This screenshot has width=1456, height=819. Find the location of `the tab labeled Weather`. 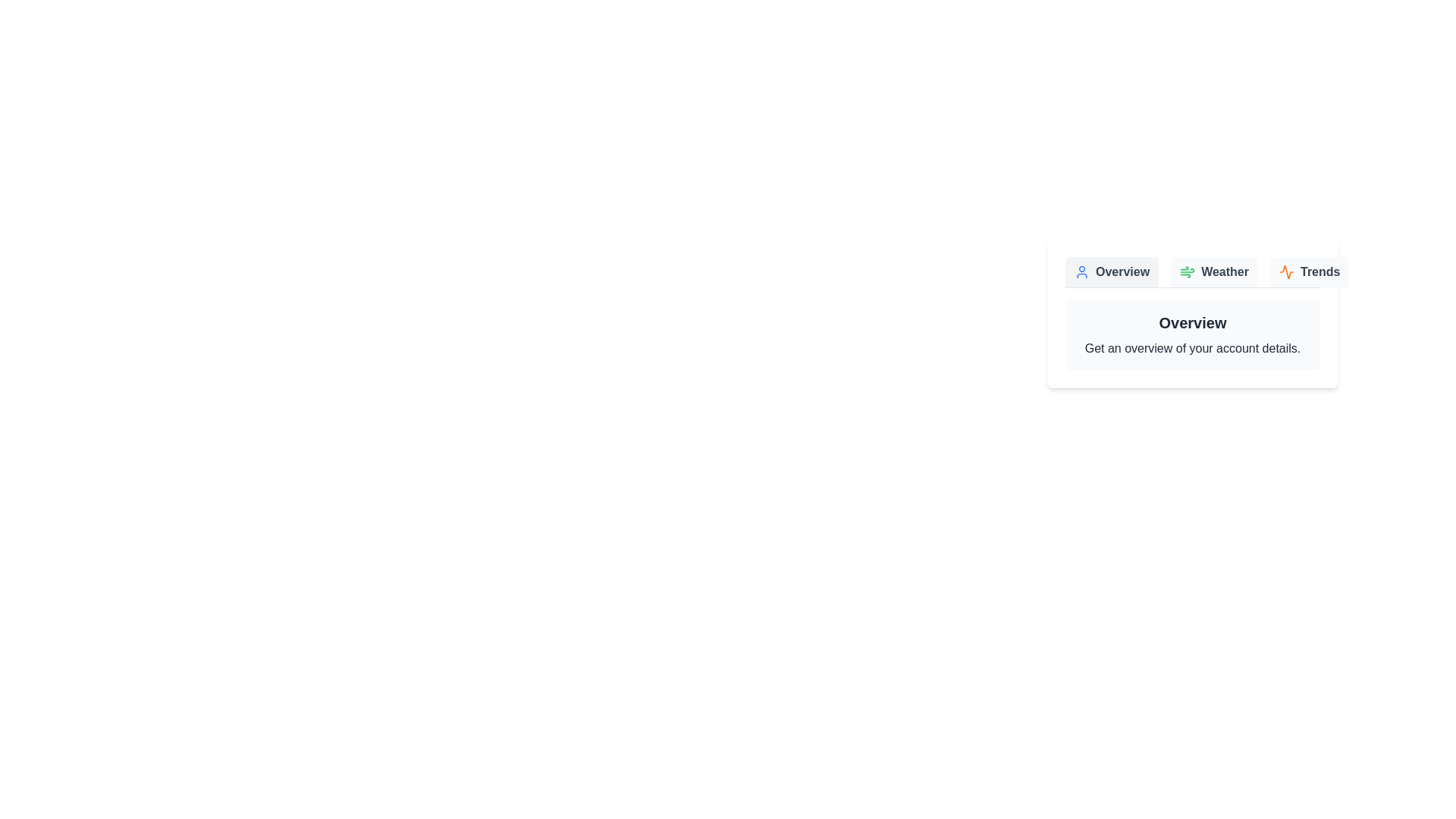

the tab labeled Weather is located at coordinates (1214, 271).